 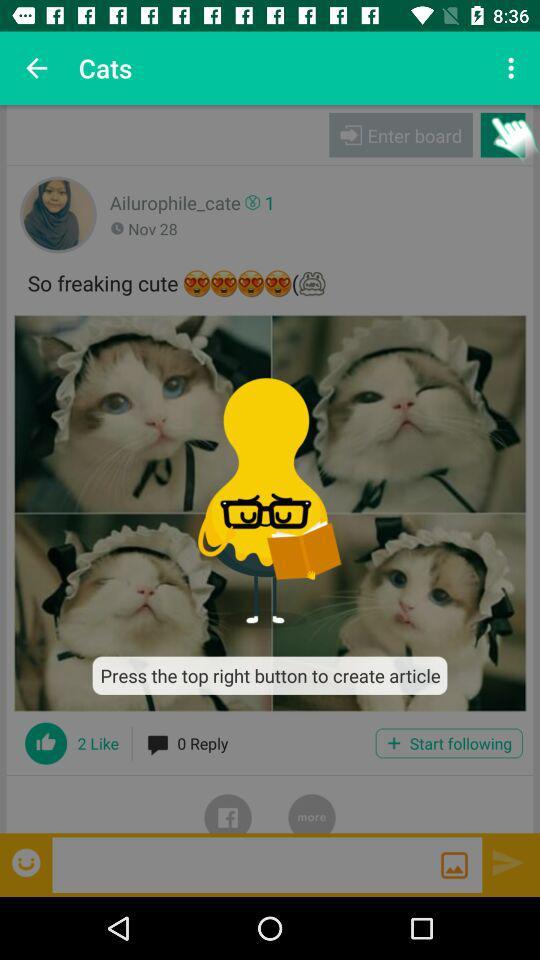 I want to click on show more posts, so click(x=312, y=804).